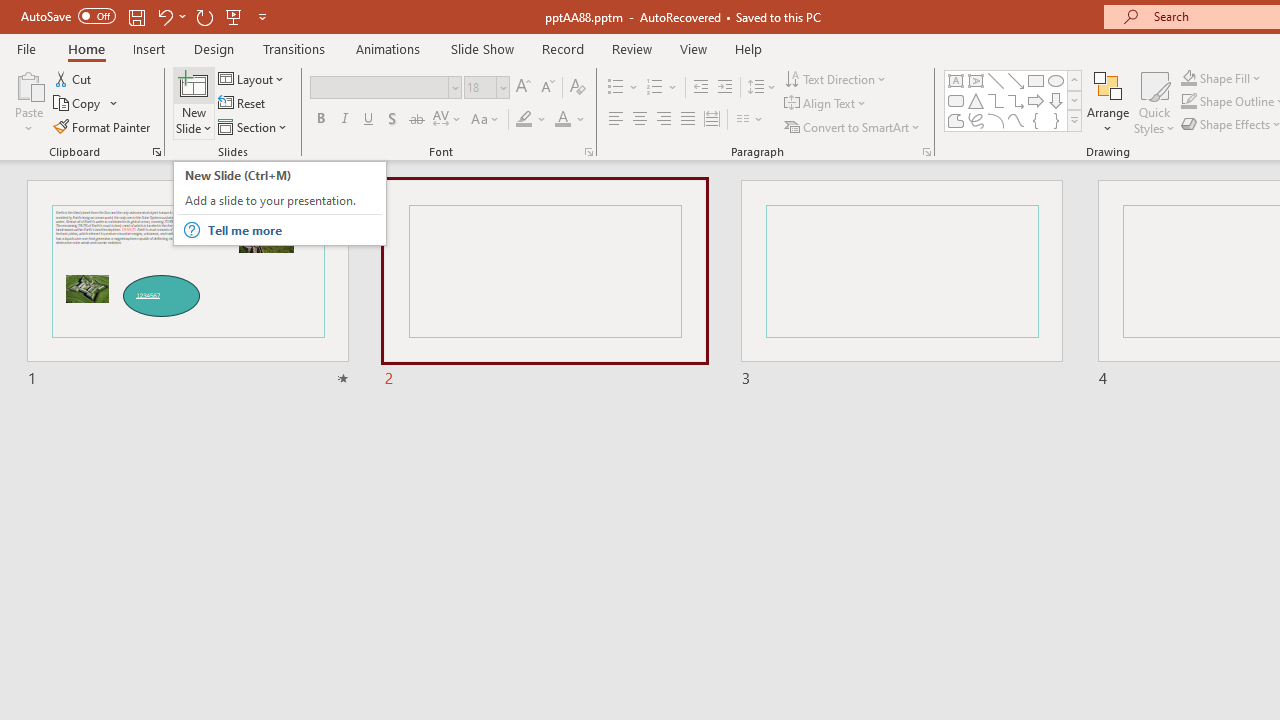 The height and width of the screenshot is (720, 1280). What do you see at coordinates (761, 86) in the screenshot?
I see `'Line Spacing'` at bounding box center [761, 86].